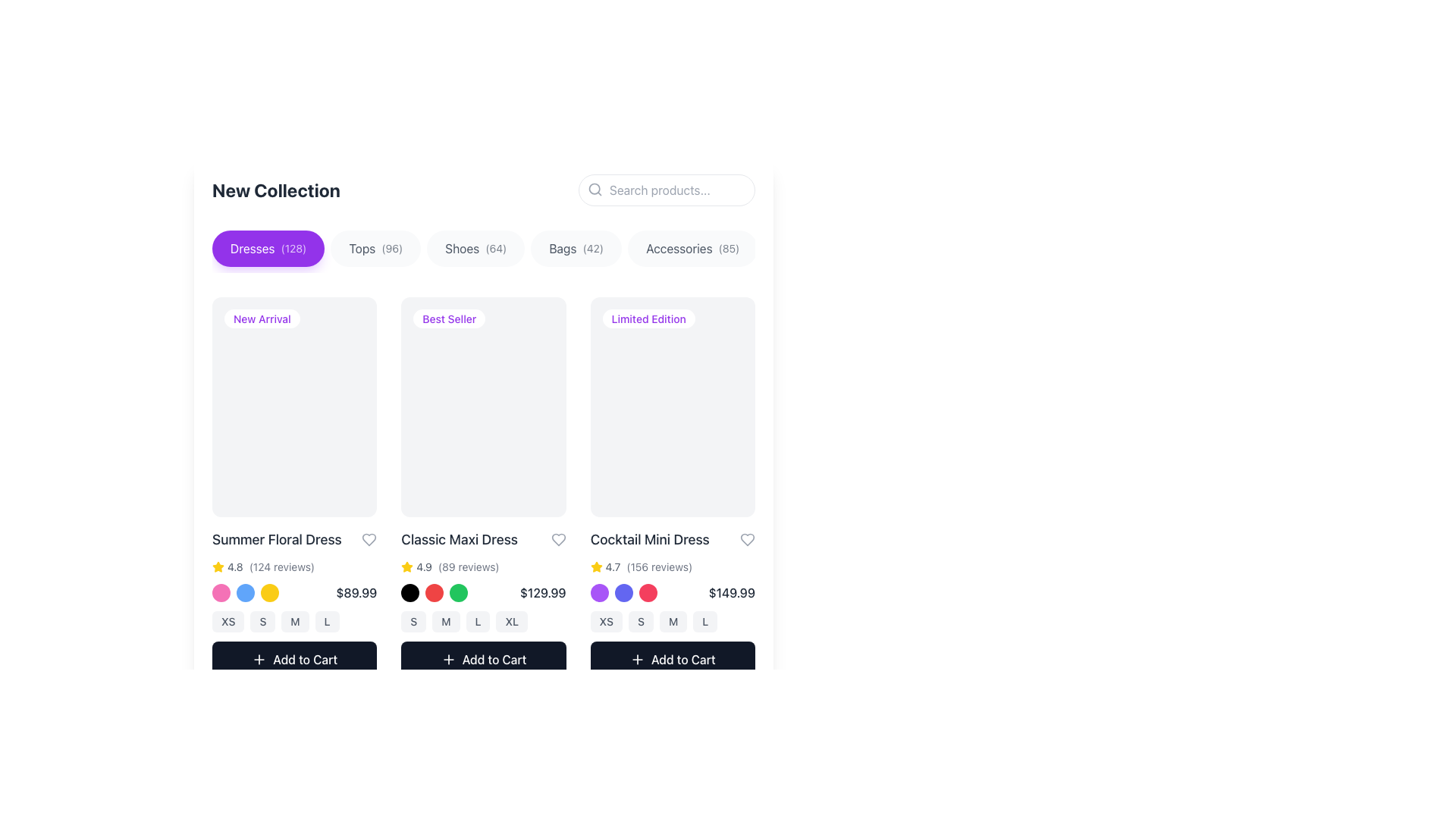  What do you see at coordinates (392, 247) in the screenshot?
I see `the text label displaying the value '(96)' which is styled in a faded gray color and positioned adjacent to 'Tops' in the category options list` at bounding box center [392, 247].